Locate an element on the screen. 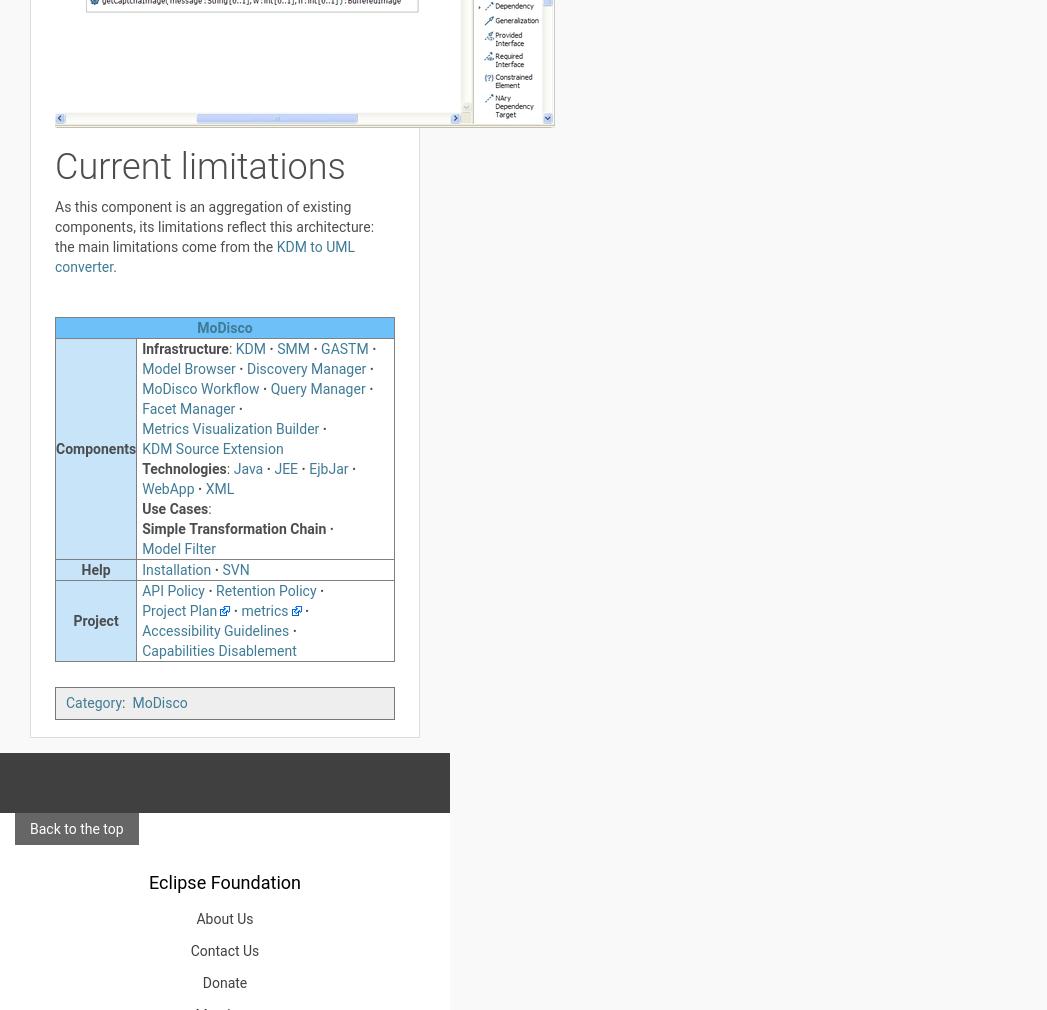  'Query Manager' is located at coordinates (316, 388).